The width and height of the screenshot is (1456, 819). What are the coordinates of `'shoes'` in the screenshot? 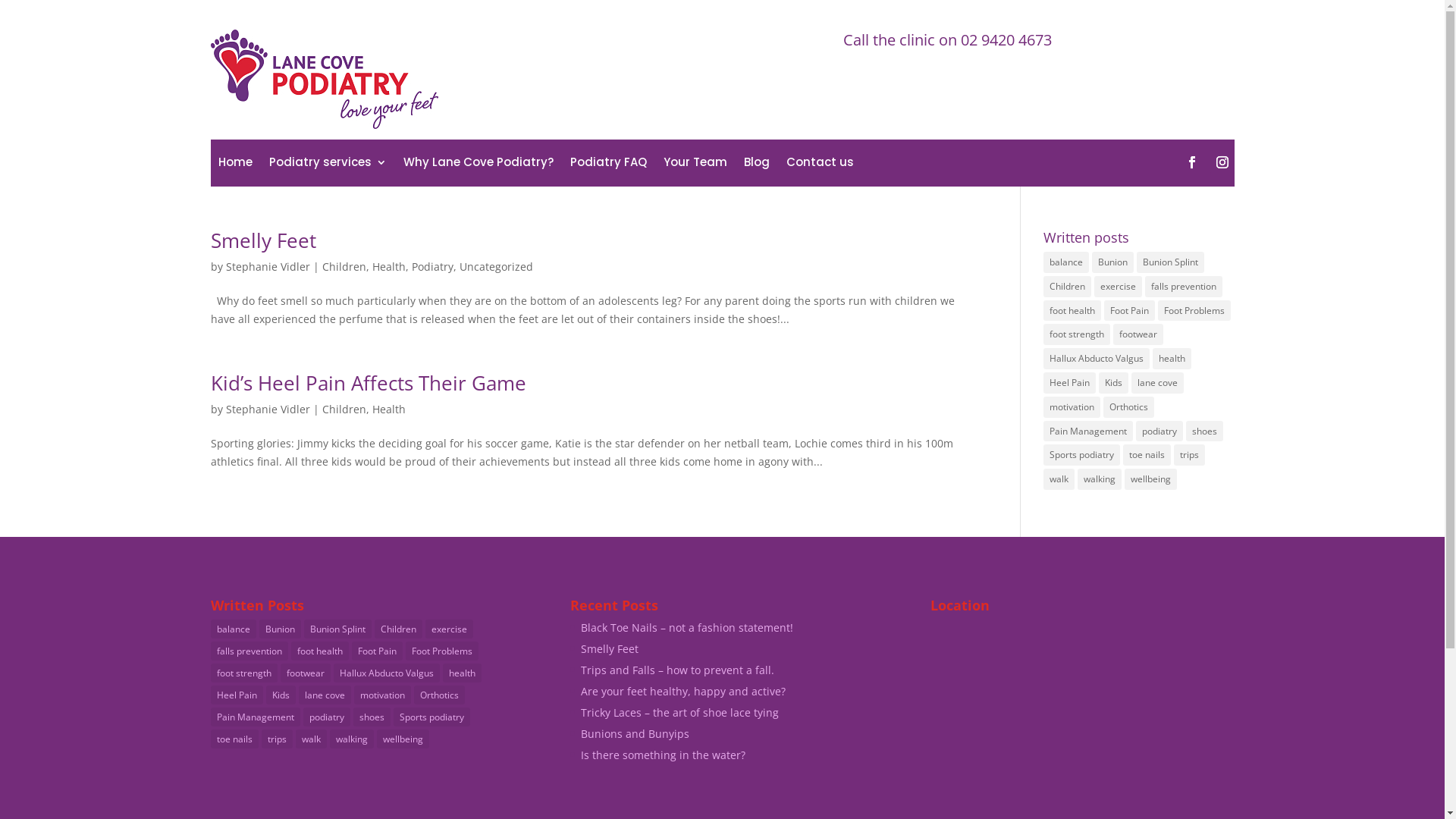 It's located at (372, 717).